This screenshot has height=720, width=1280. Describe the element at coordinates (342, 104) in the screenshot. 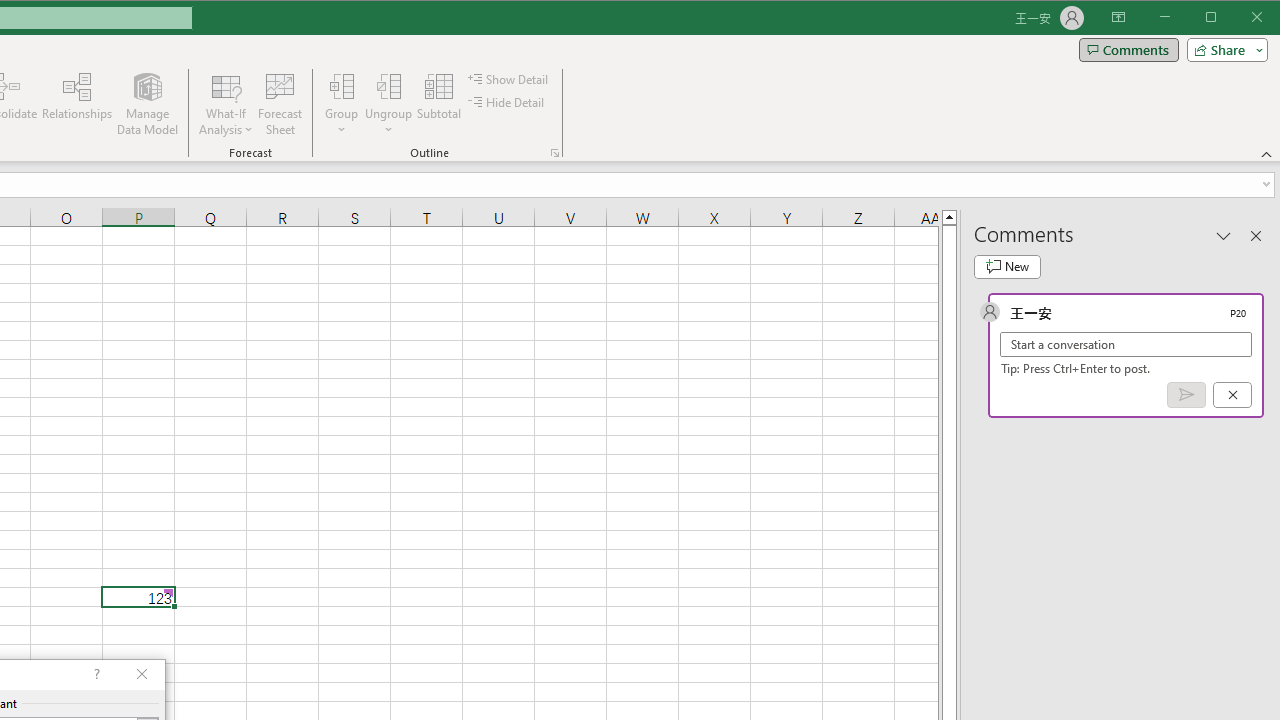

I see `'Group...'` at that location.